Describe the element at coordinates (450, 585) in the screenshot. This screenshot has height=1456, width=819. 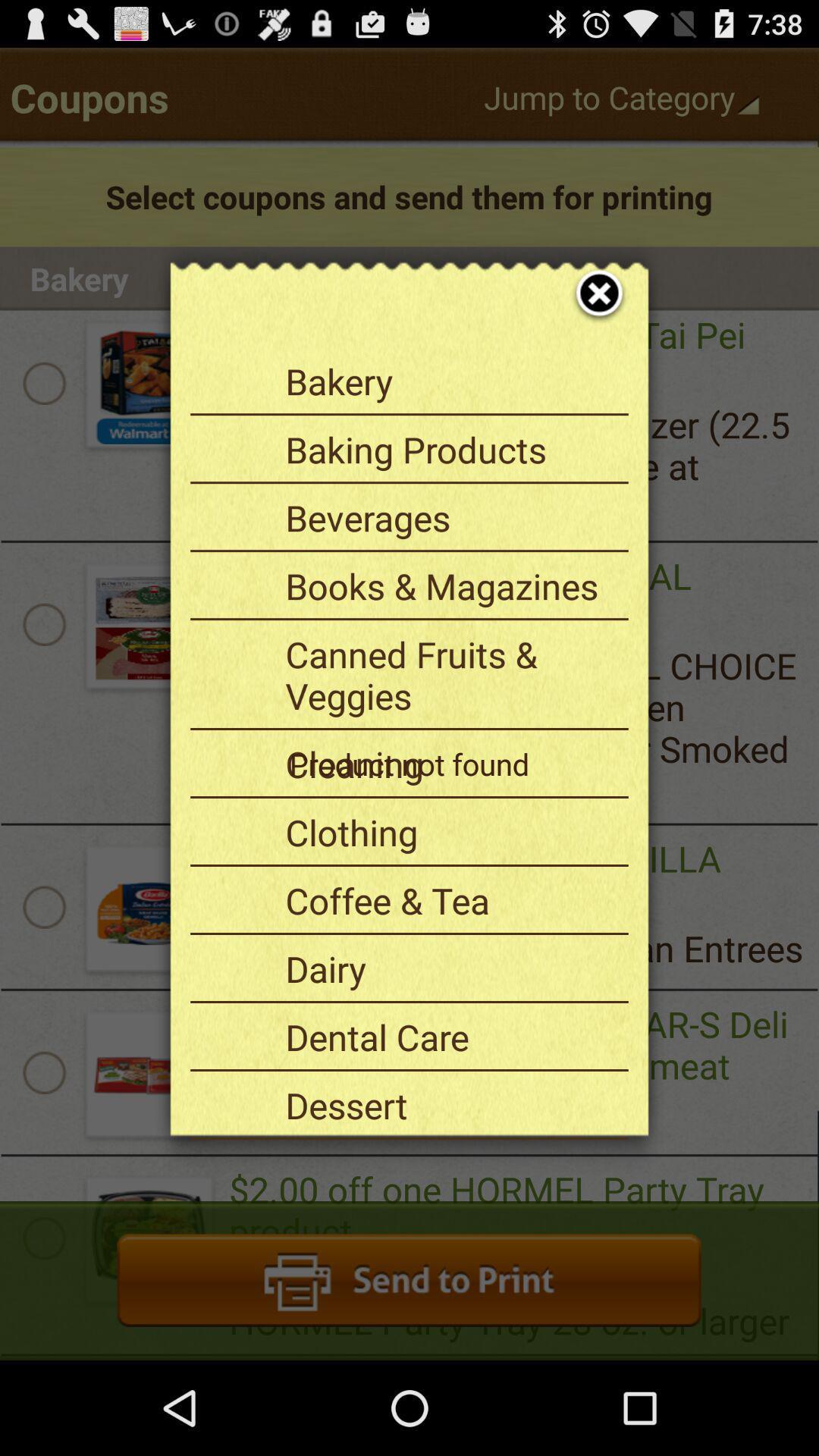
I see `books & magazines item` at that location.